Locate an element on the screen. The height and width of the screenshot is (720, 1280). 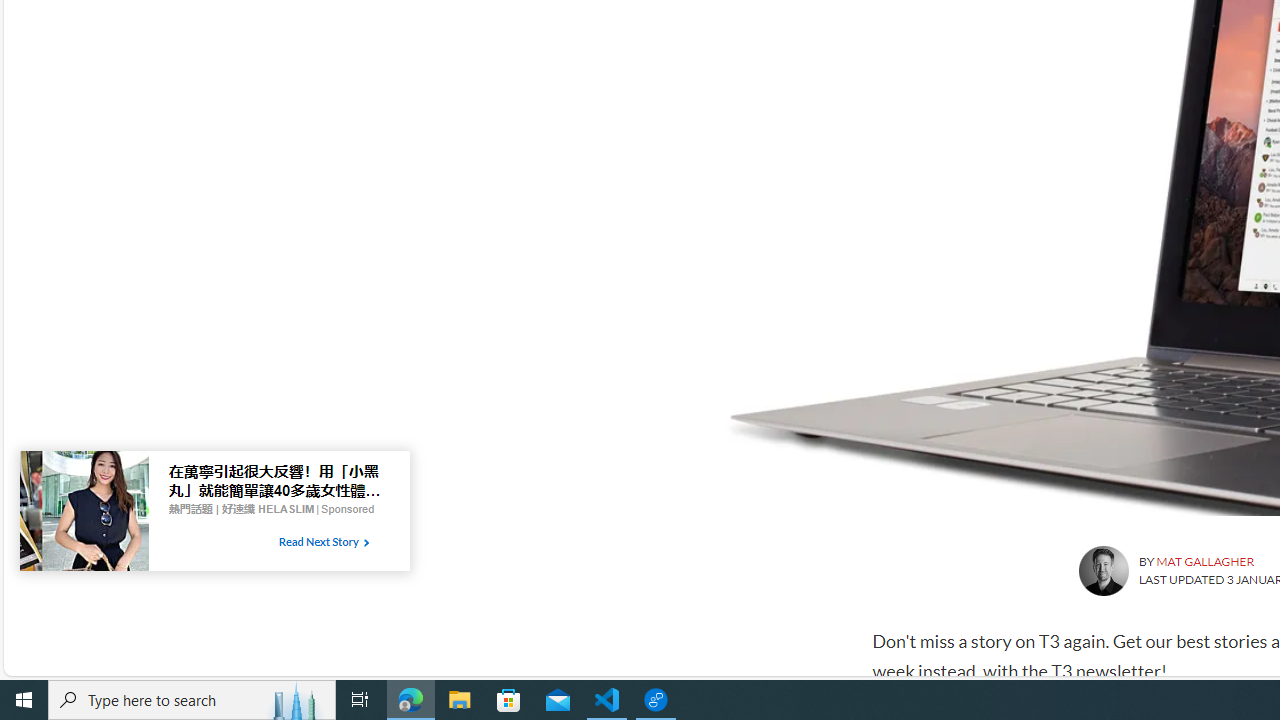
'Mat Gallagher' is located at coordinates (1102, 571).